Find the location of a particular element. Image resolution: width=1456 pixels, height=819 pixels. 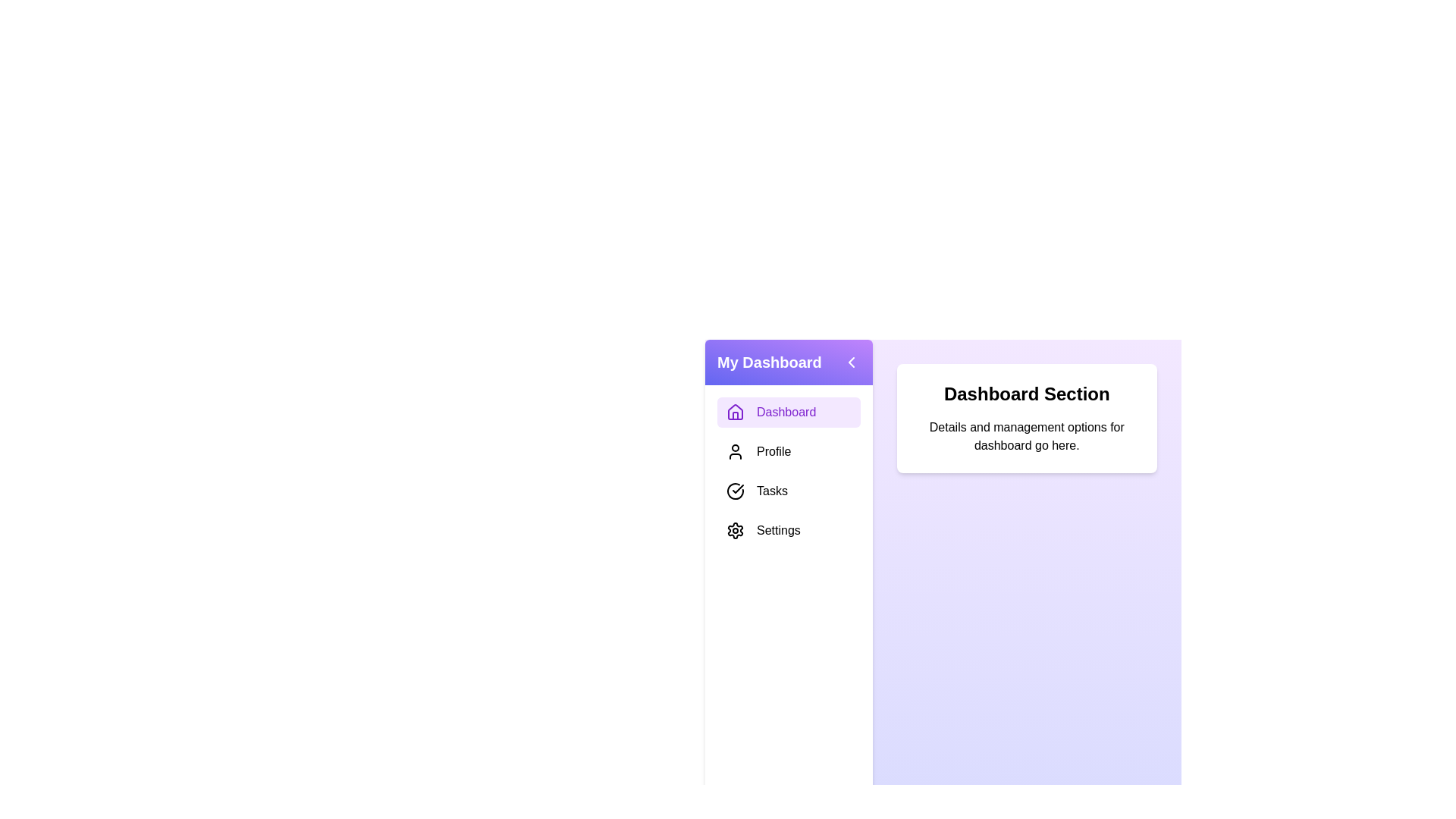

the 'Profile' navigation button located below the 'Dashboard' item and above the 'Tasks' item in the vertical navigation menu is located at coordinates (789, 451).